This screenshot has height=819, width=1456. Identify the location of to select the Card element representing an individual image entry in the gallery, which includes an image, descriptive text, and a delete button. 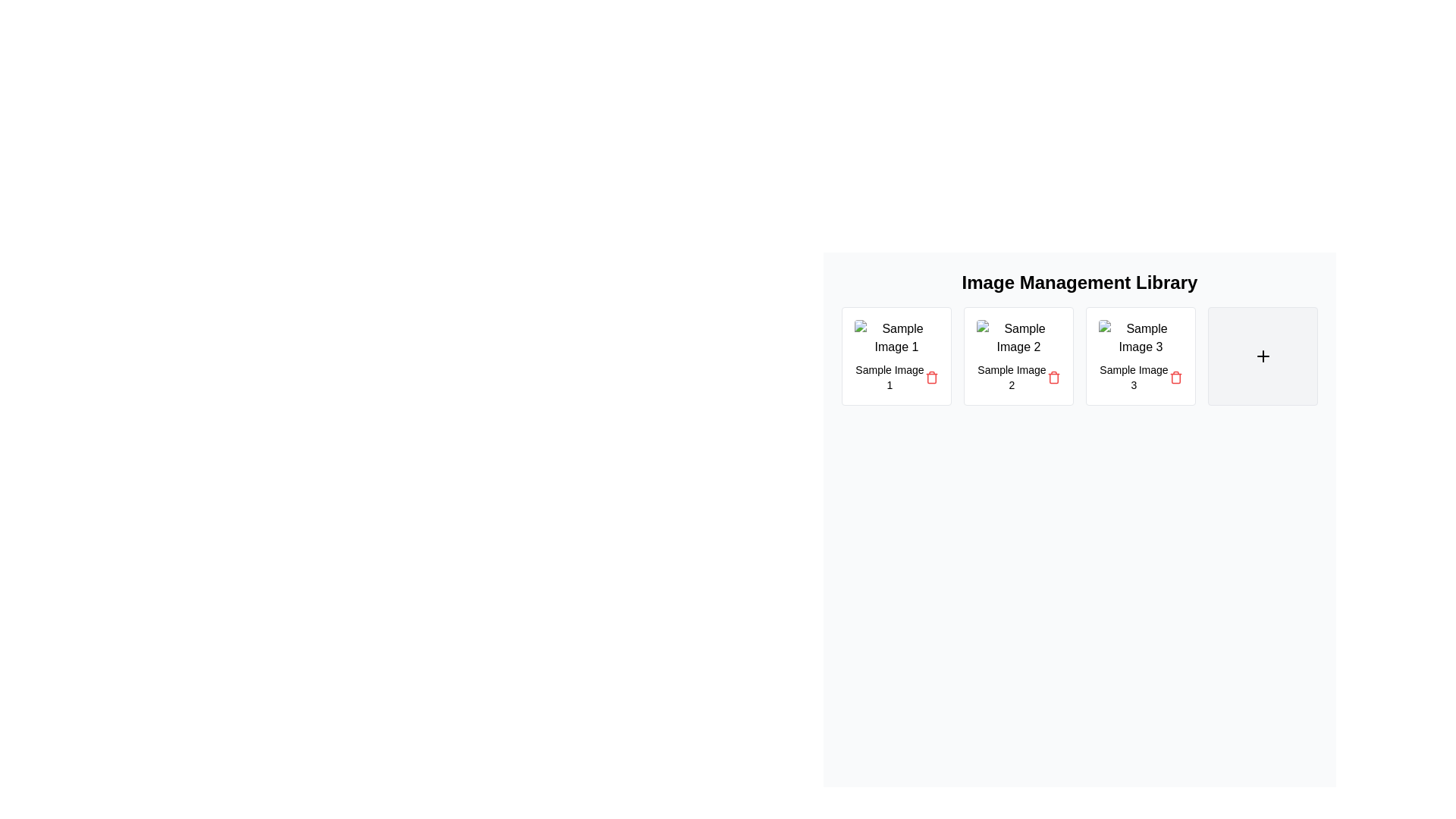
(1141, 356).